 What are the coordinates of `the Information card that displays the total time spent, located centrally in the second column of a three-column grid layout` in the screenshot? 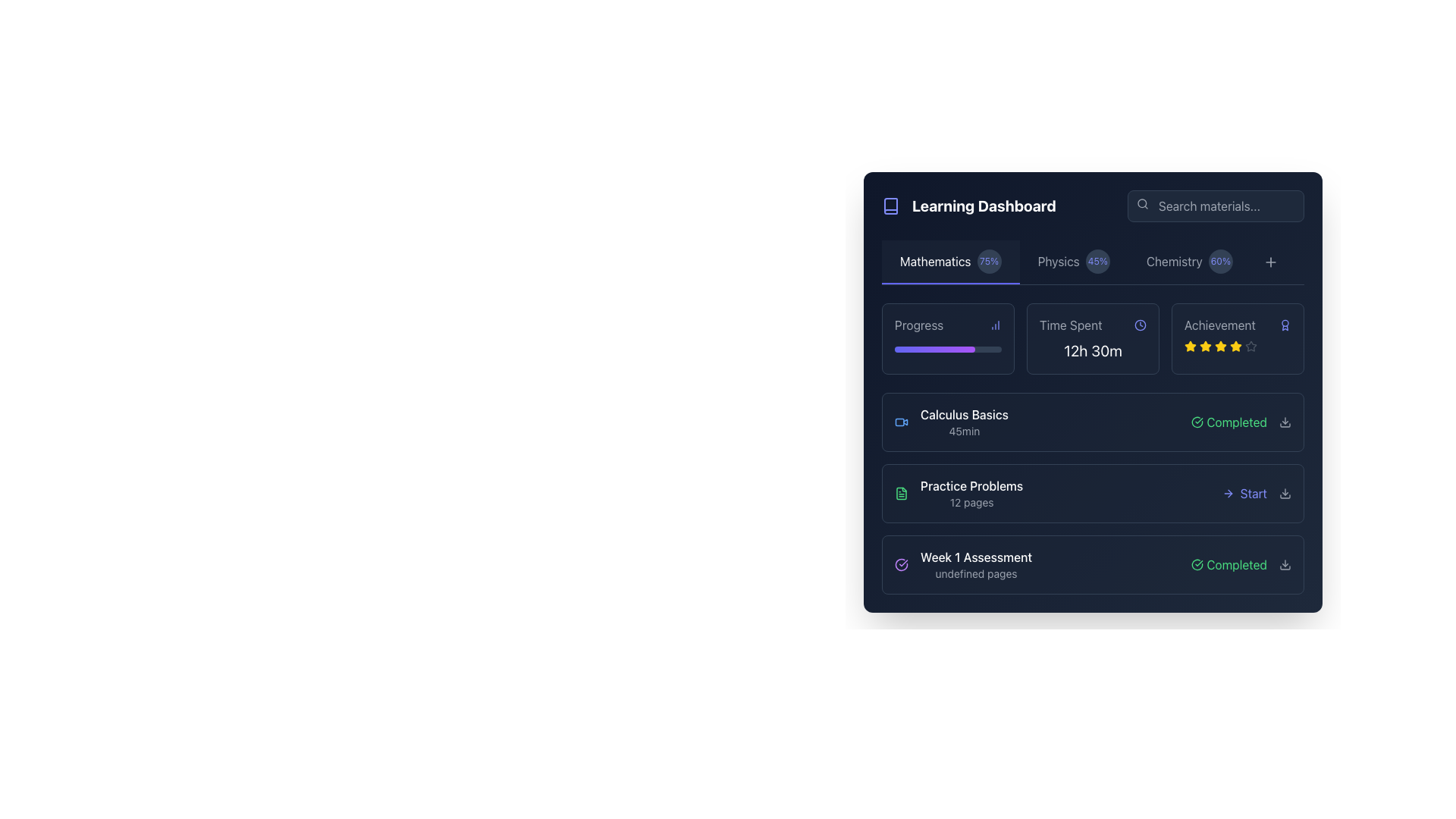 It's located at (1093, 338).